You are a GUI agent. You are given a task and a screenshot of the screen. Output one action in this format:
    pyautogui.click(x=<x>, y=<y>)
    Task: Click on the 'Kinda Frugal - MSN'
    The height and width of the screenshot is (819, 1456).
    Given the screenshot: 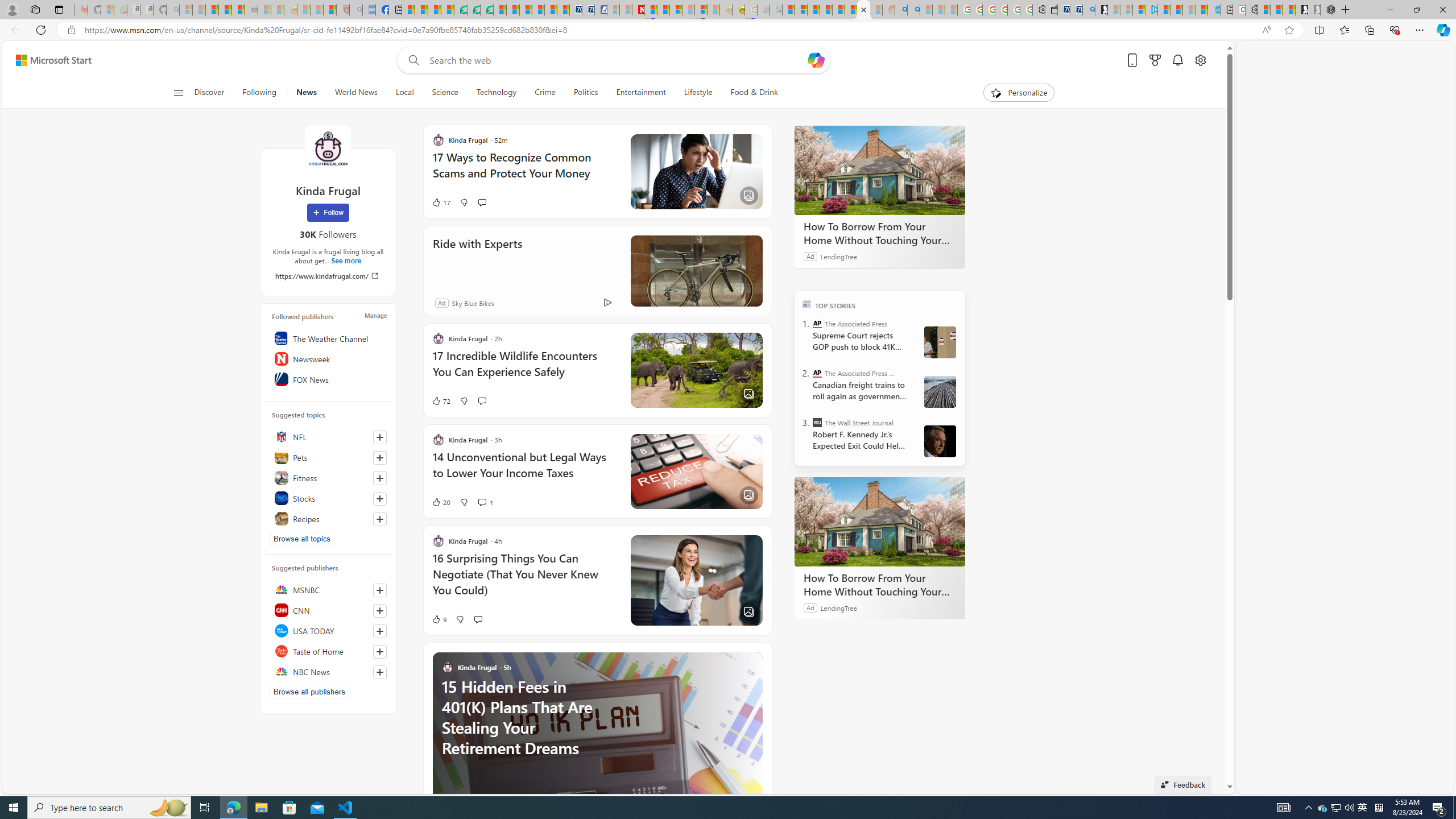 What is the action you would take?
    pyautogui.click(x=864, y=9)
    